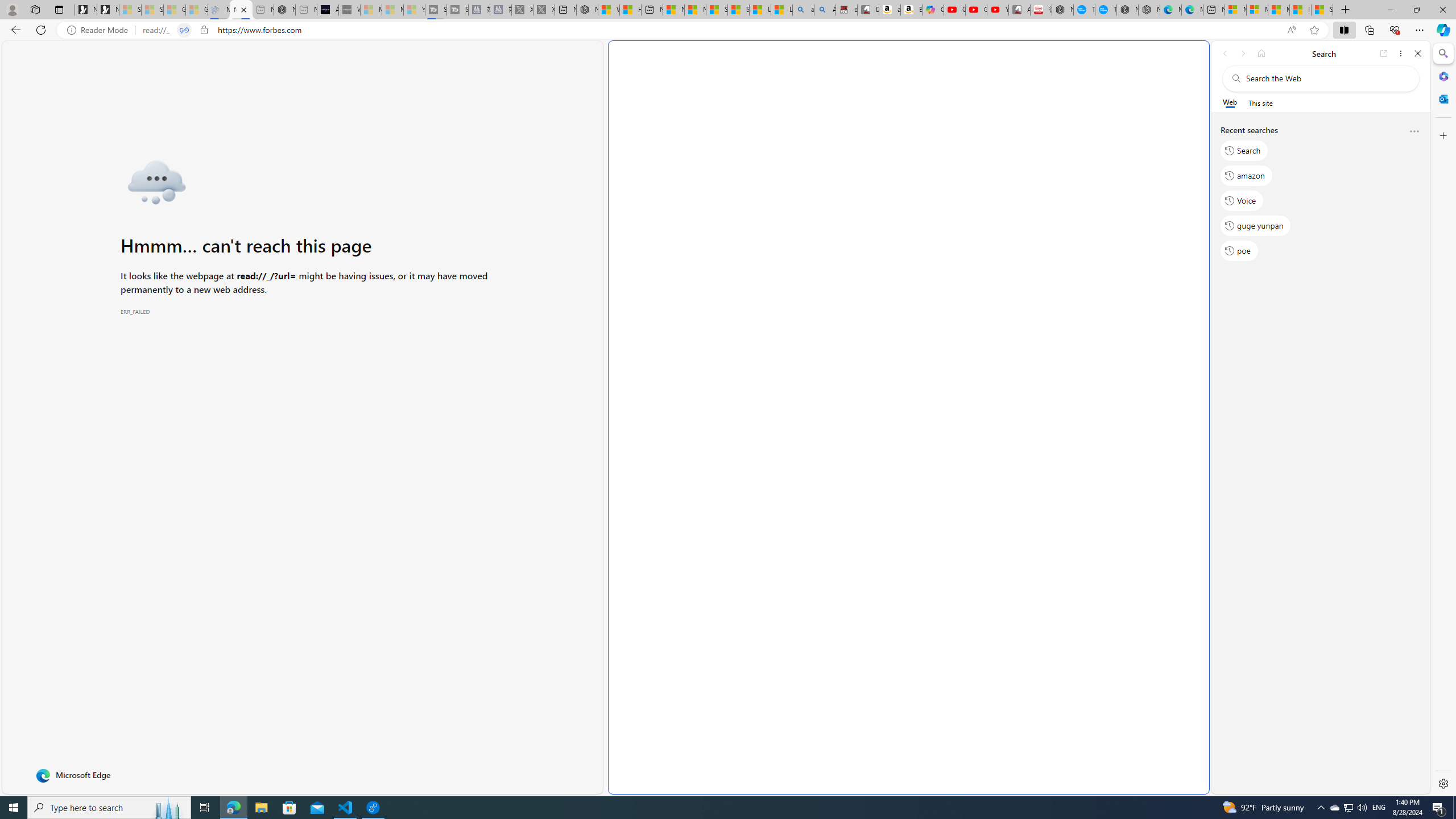 Image resolution: width=1456 pixels, height=819 pixels. I want to click on 'amazon.in/dp/B0CX59H5W7/?tag=gsmcom05-21', so click(890, 9).